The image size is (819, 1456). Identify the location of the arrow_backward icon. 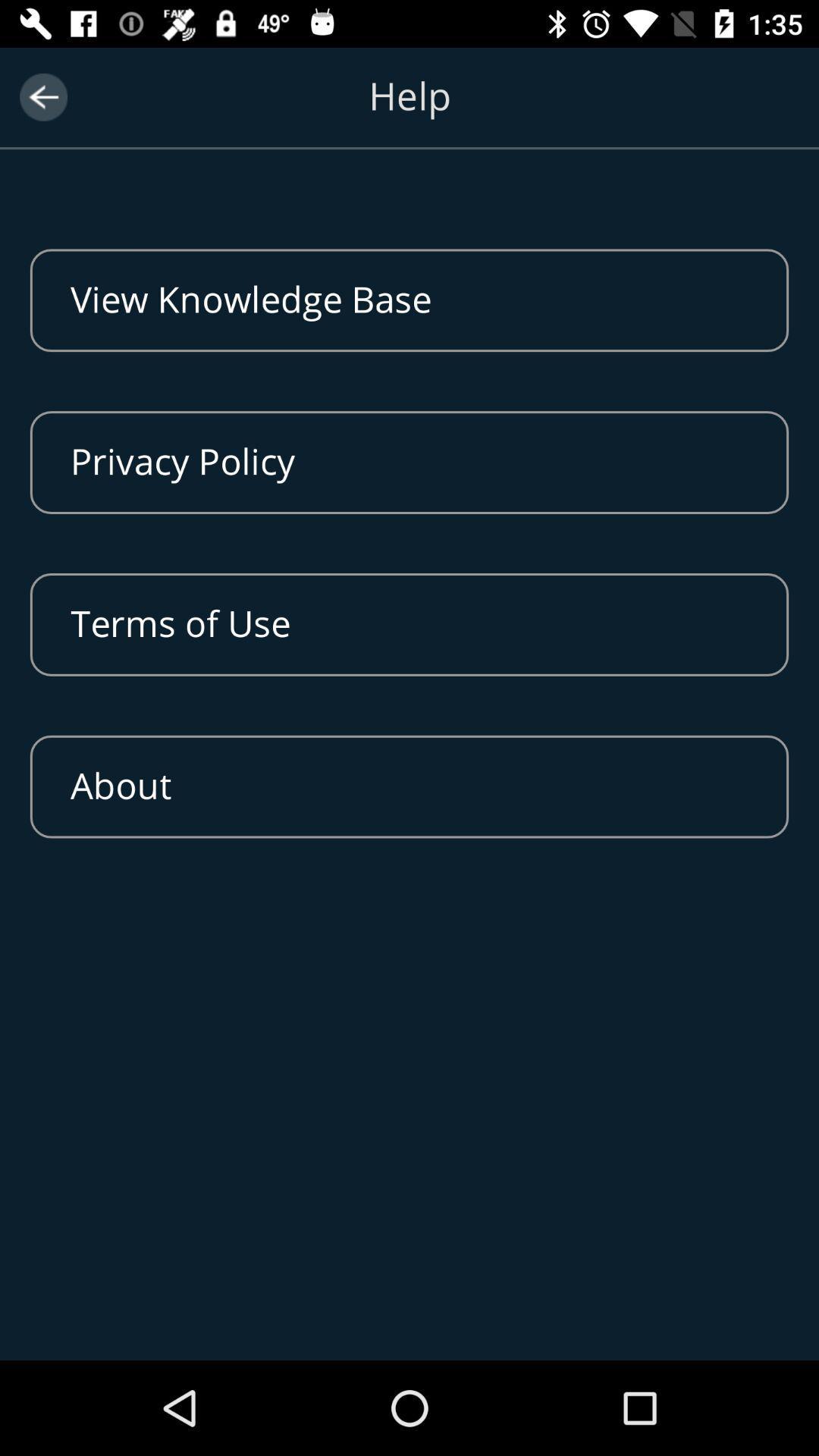
(42, 96).